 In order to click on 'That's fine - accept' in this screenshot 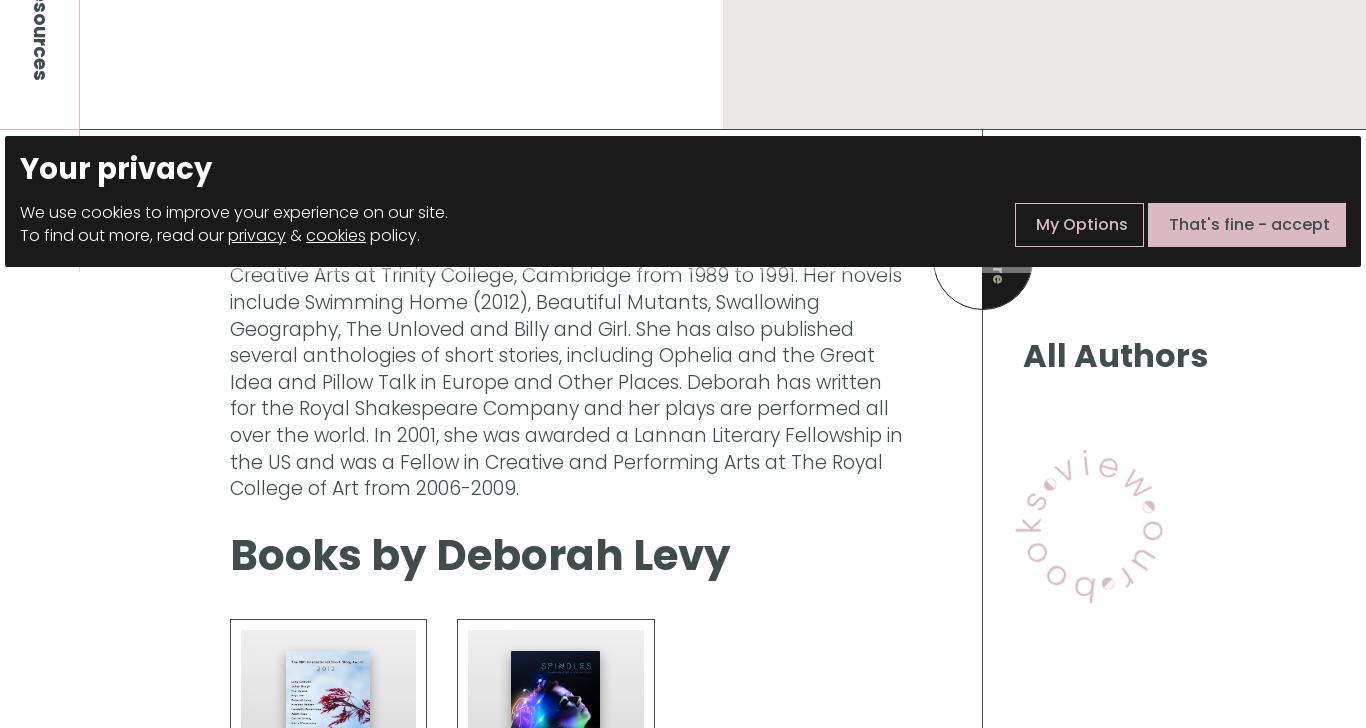, I will do `click(1249, 223)`.